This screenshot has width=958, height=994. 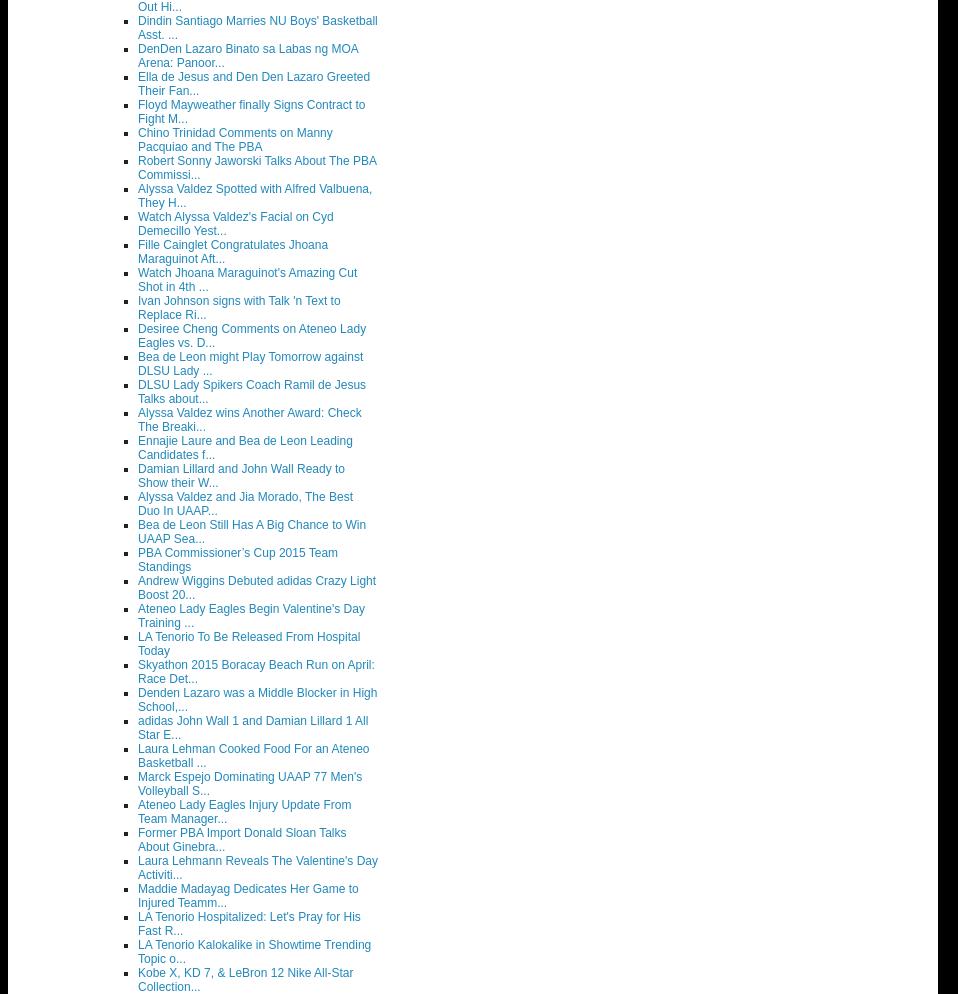 I want to click on 'Ateneo Lady Eagles Begin Valentine's Day Training ...', so click(x=250, y=614).